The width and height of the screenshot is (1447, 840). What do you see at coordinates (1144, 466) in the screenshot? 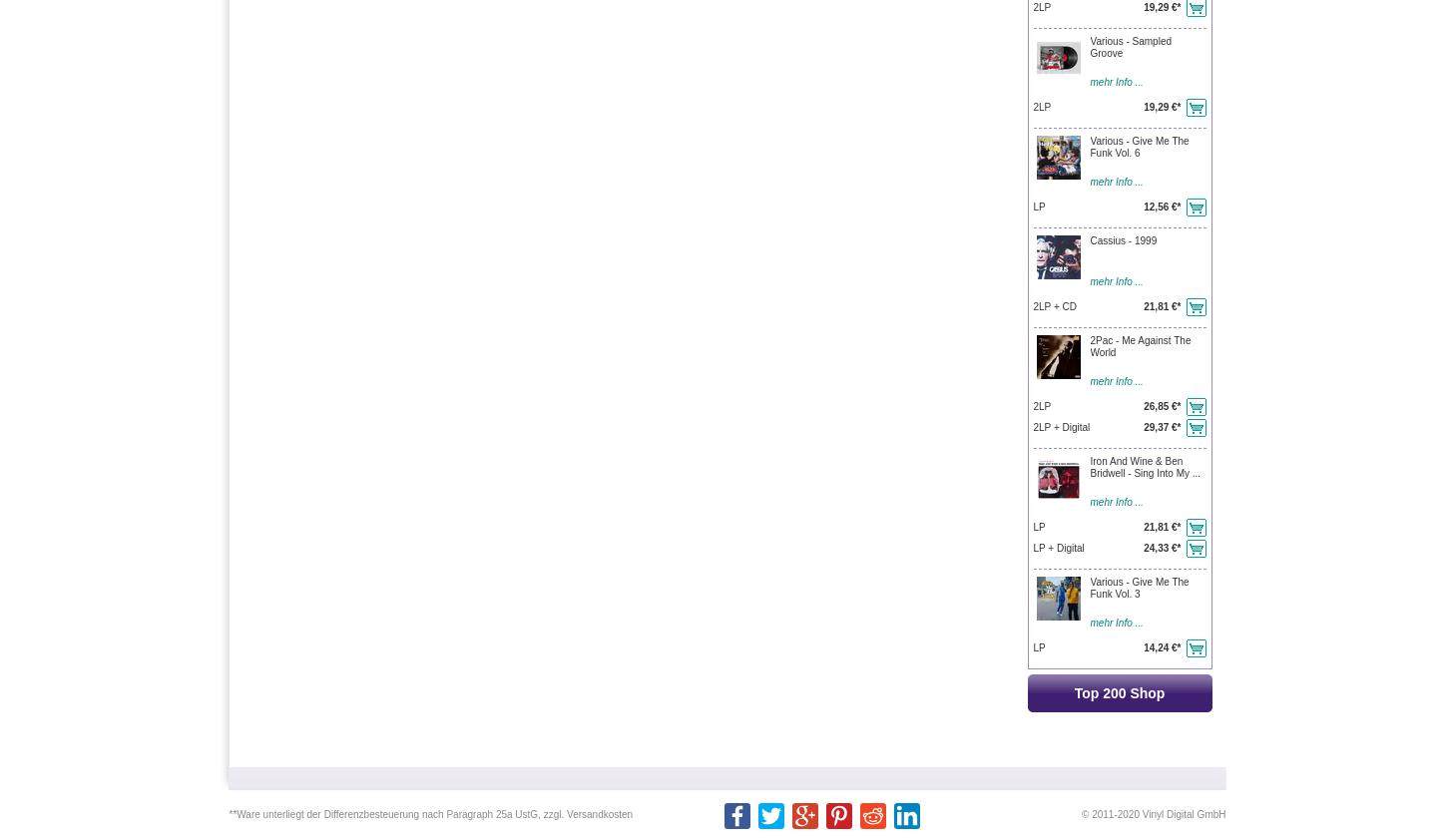
I see `'Iron And Wine & Ben Bridwell - Sing Into My ...'` at bounding box center [1144, 466].